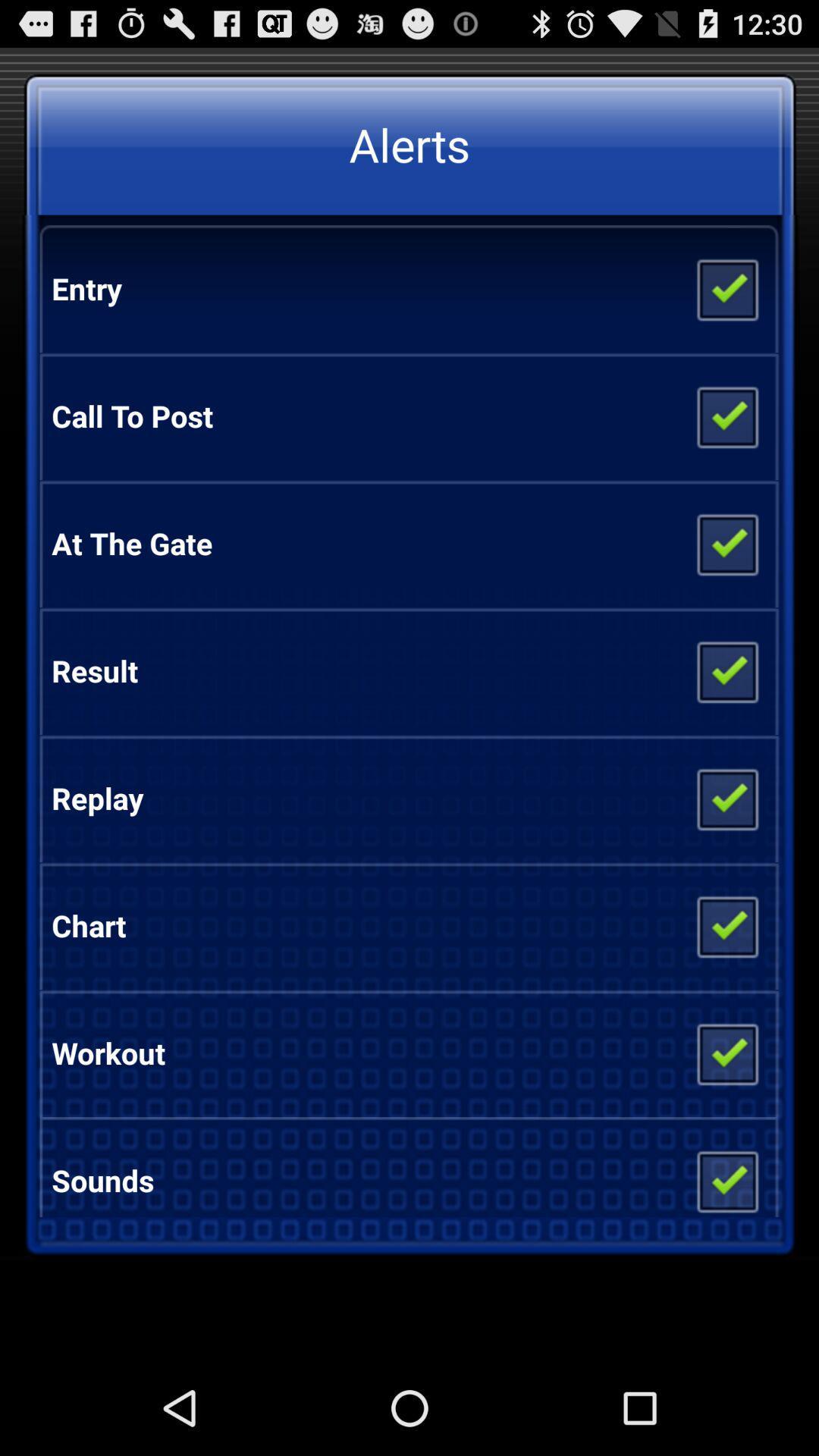 Image resolution: width=819 pixels, height=1456 pixels. What do you see at coordinates (726, 797) in the screenshot?
I see `the icon next to the replay` at bounding box center [726, 797].